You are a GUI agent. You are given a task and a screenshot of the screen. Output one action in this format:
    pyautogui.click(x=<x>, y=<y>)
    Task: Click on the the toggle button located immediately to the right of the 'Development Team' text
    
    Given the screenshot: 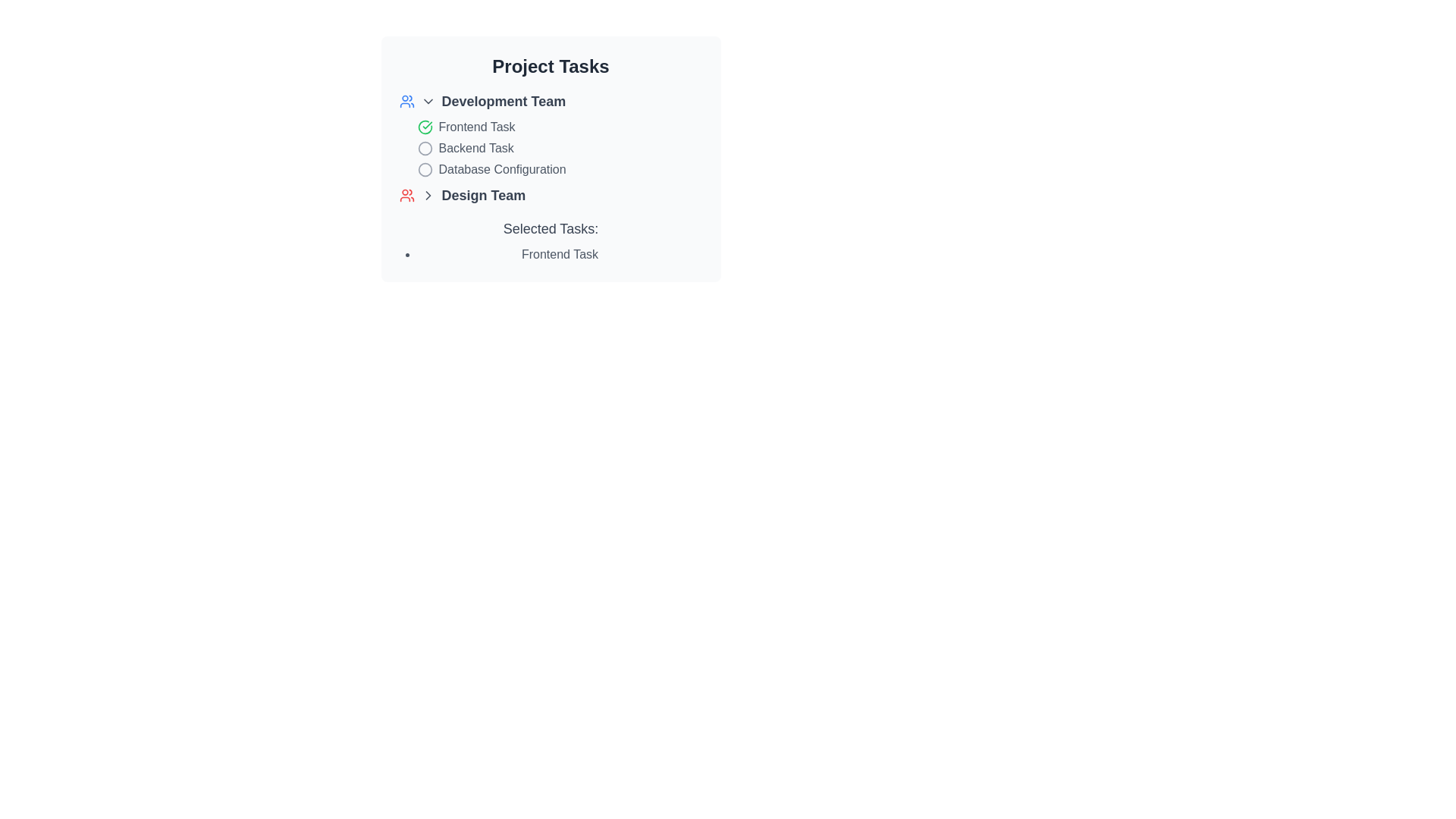 What is the action you would take?
    pyautogui.click(x=427, y=102)
    